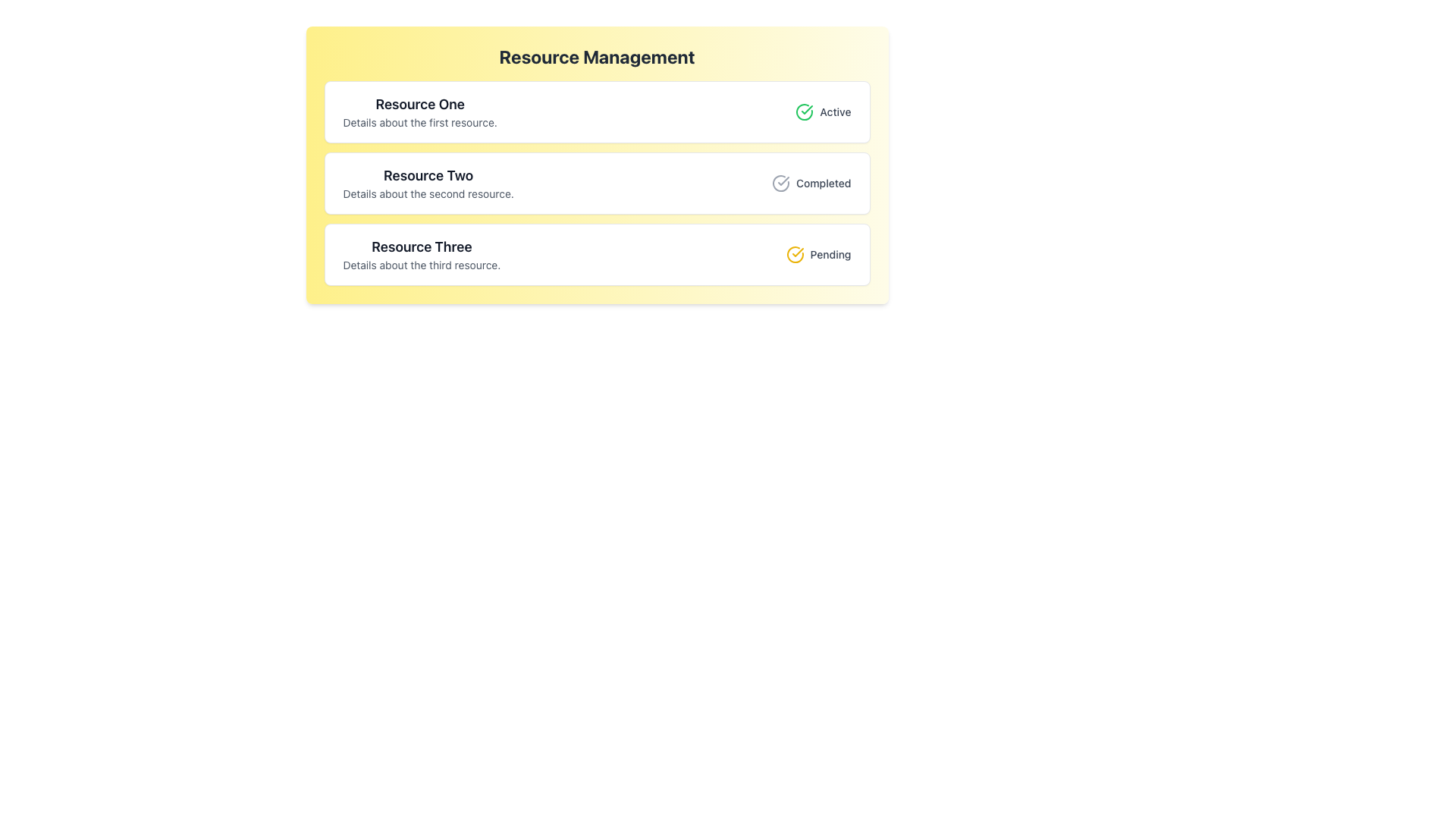 This screenshot has width=1456, height=819. Describe the element at coordinates (422, 265) in the screenshot. I see `descriptive text label that says 'Details about the third resource.' located beneath the title 'Resource Three.'` at that location.